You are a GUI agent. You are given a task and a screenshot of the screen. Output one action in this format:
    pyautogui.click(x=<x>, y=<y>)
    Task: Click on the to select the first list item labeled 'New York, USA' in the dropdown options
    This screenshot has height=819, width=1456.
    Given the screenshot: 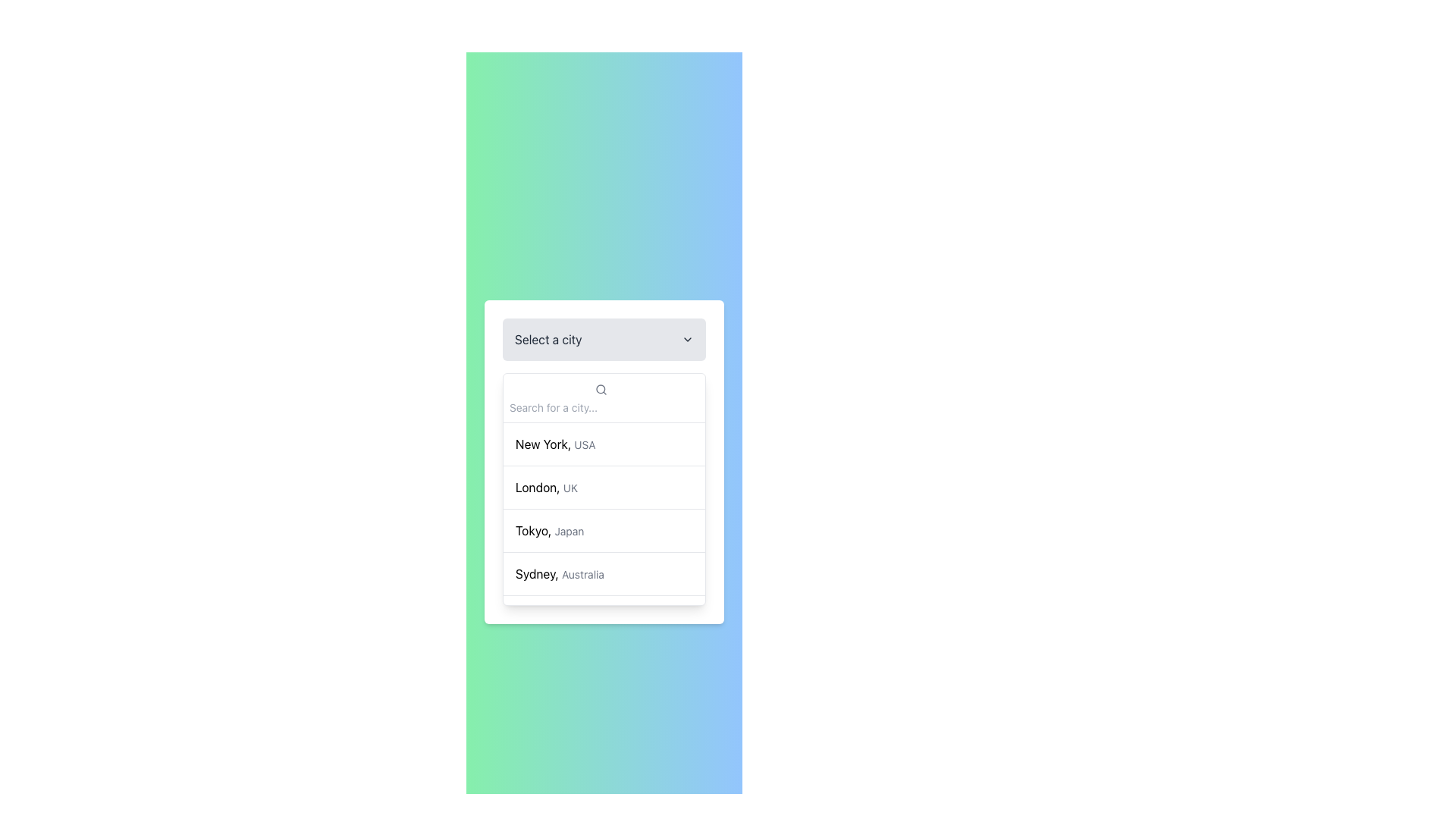 What is the action you would take?
    pyautogui.click(x=603, y=444)
    